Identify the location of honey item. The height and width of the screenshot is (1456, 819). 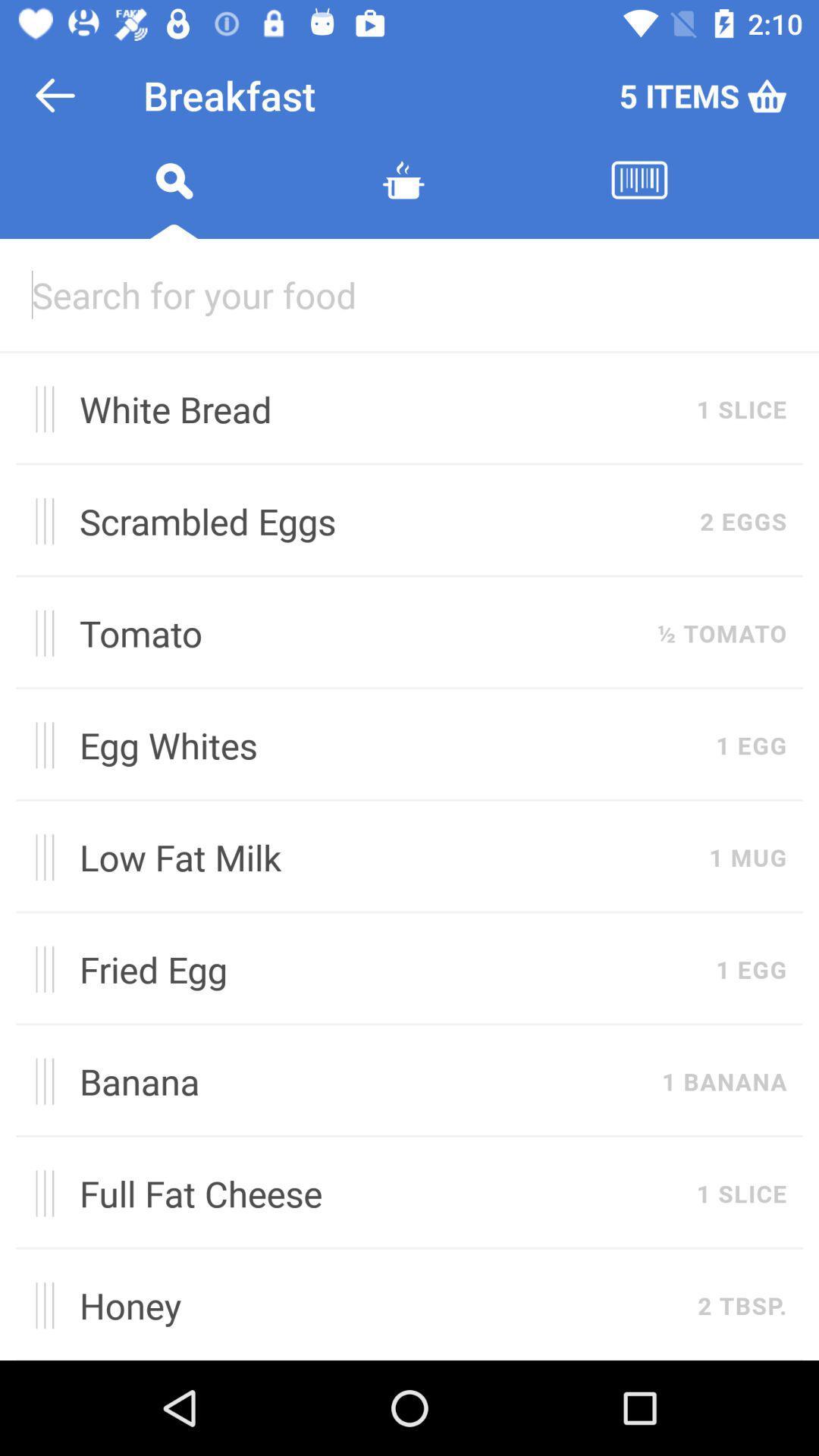
(379, 1304).